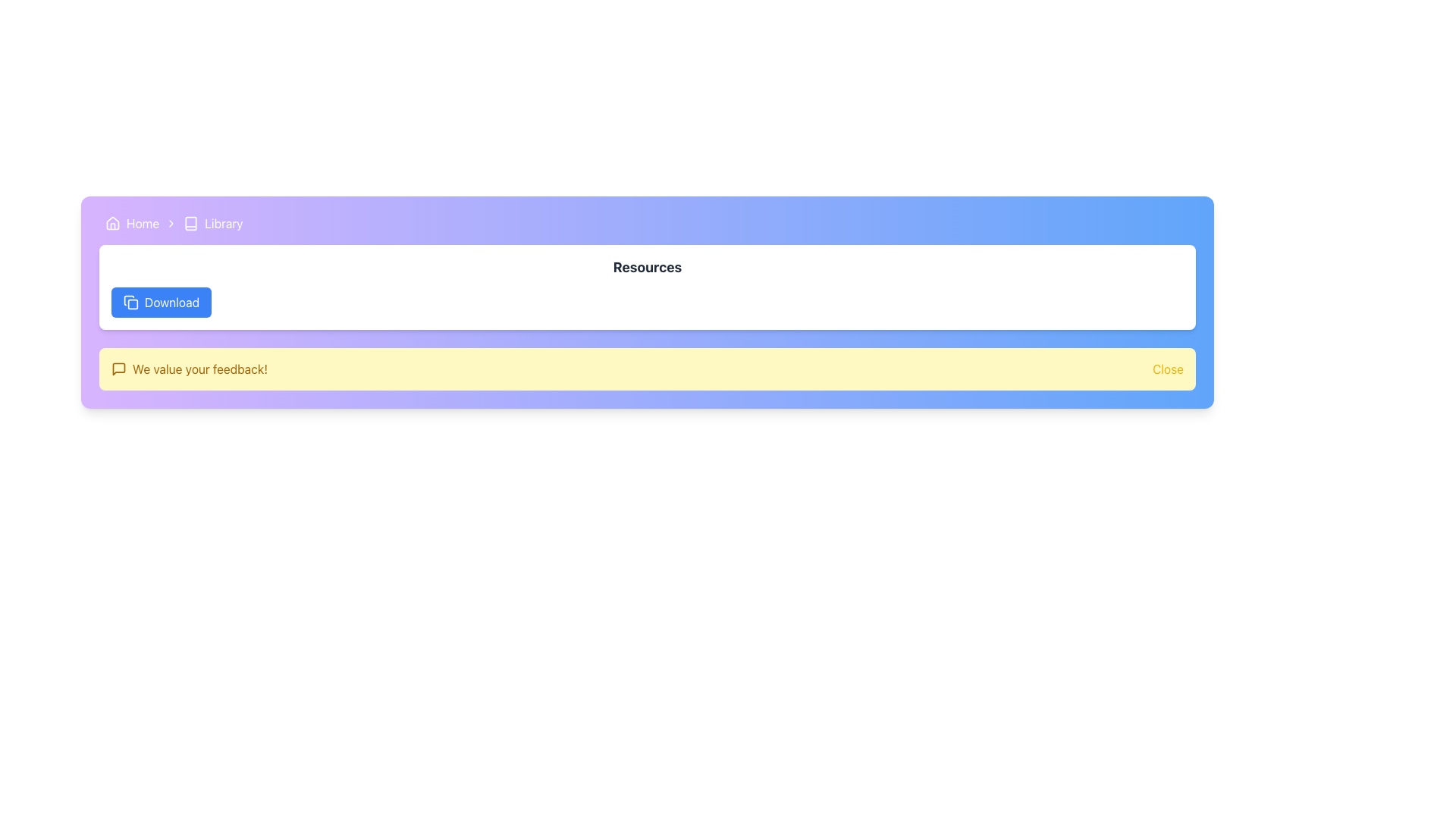 The image size is (1456, 819). What do you see at coordinates (212, 223) in the screenshot?
I see `the 'Library' button which contains an open book icon and is located in the navigation bar to the right of the 'Home' link to trigger hover effects` at bounding box center [212, 223].